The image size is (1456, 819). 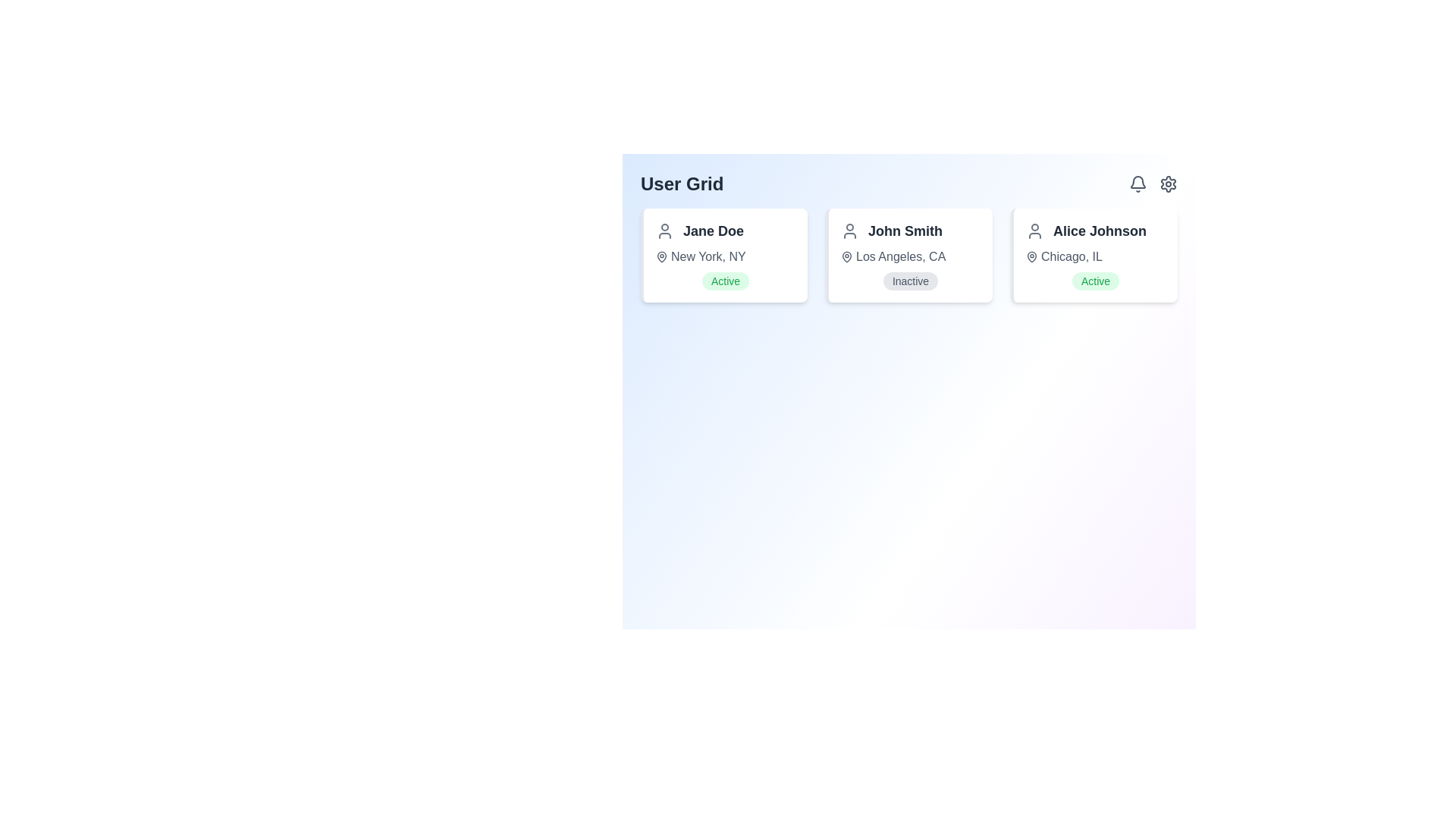 What do you see at coordinates (723, 254) in the screenshot?
I see `the user profile summary card located in the top-left section of the grid` at bounding box center [723, 254].